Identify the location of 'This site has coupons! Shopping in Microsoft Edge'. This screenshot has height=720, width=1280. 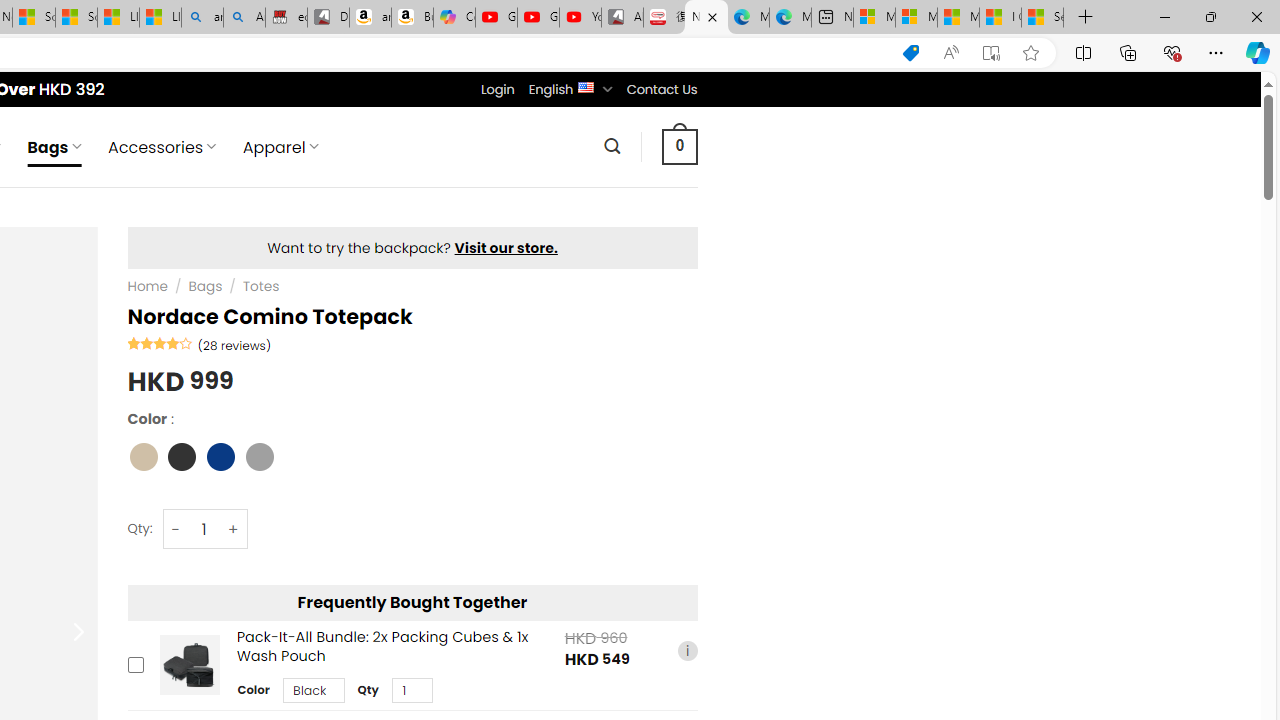
(909, 52).